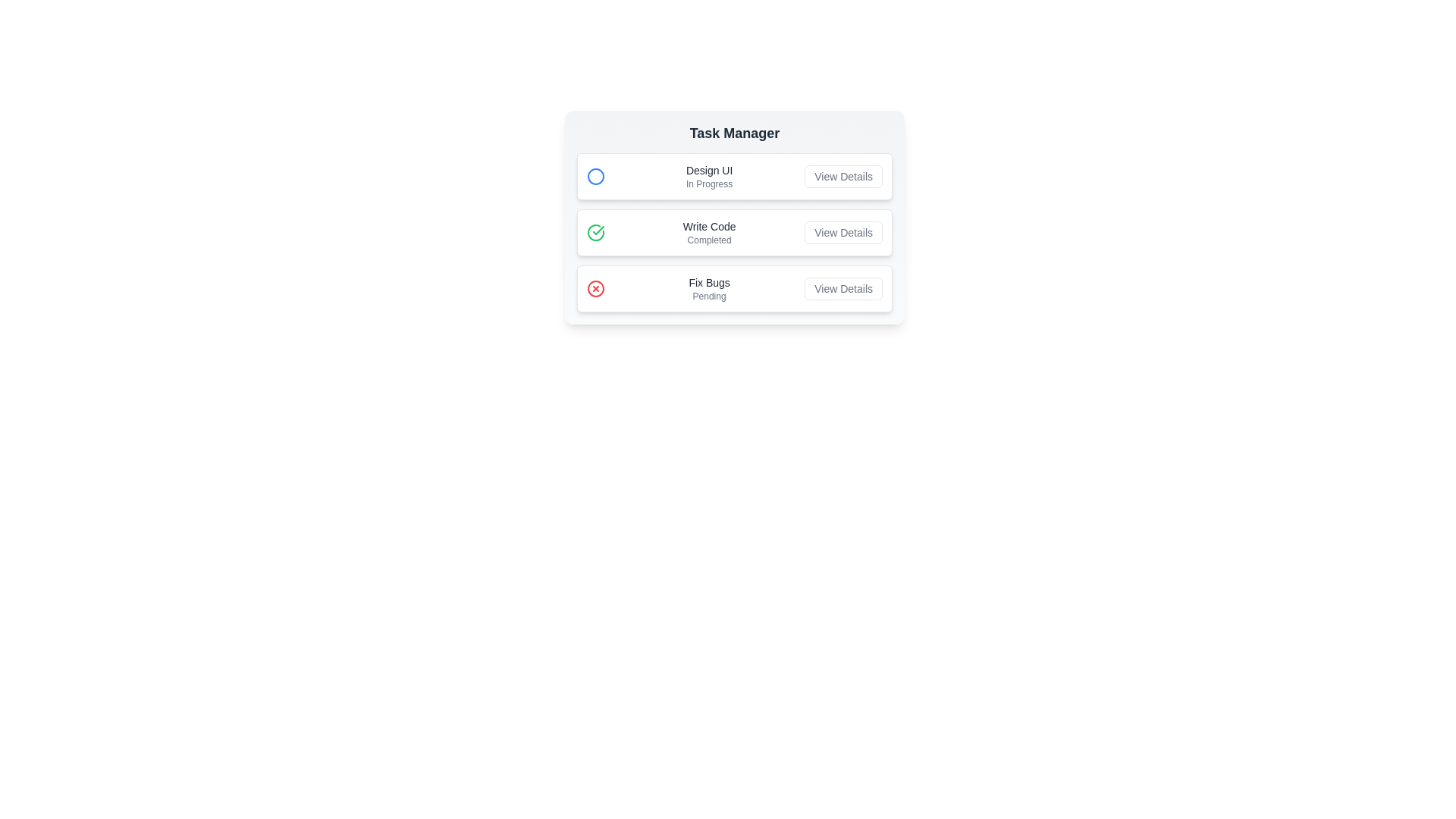 The image size is (1456, 819). I want to click on the 'View Details' button for the task 'Fix Bugs', so click(843, 289).